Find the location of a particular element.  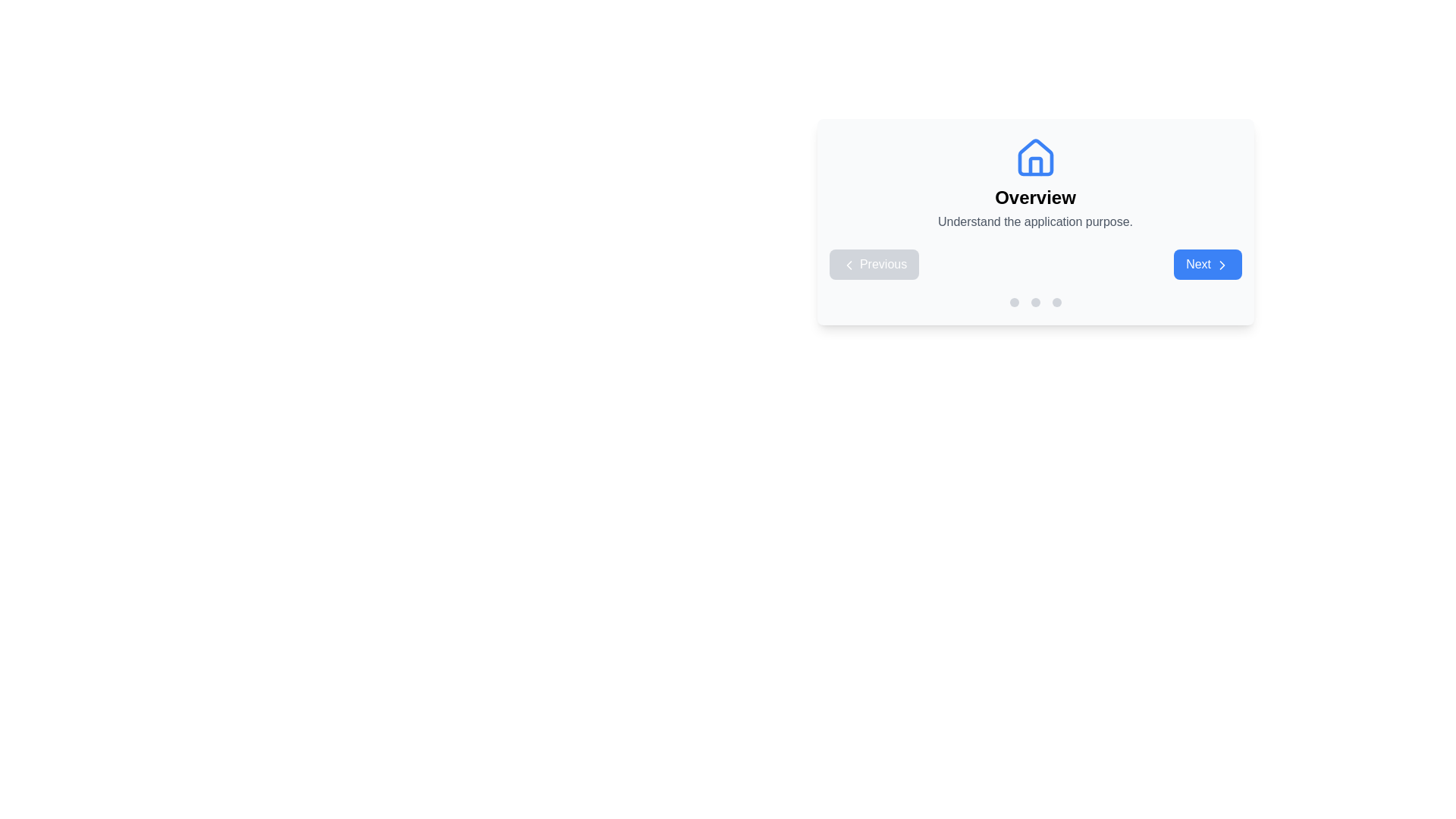

the door element, which is a vertical rectangular segment within the house-shaped icon located at the center of the blue-outlined house above the 'Overview' label is located at coordinates (1034, 166).